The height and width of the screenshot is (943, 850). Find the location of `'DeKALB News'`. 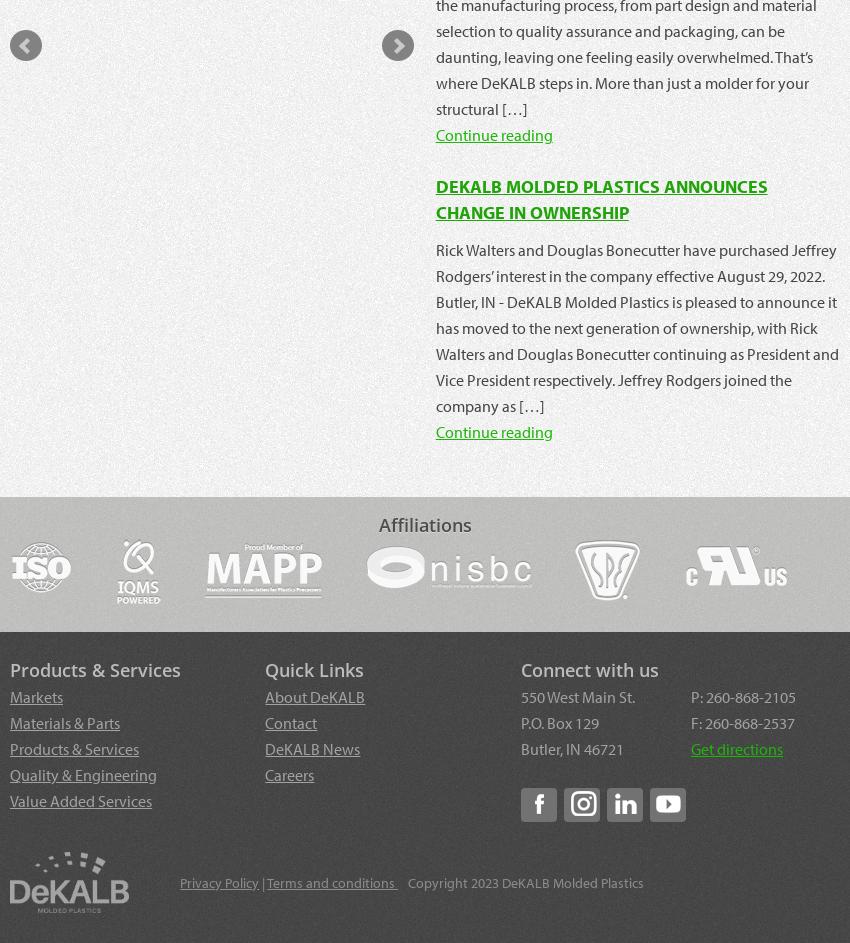

'DeKALB News' is located at coordinates (312, 747).